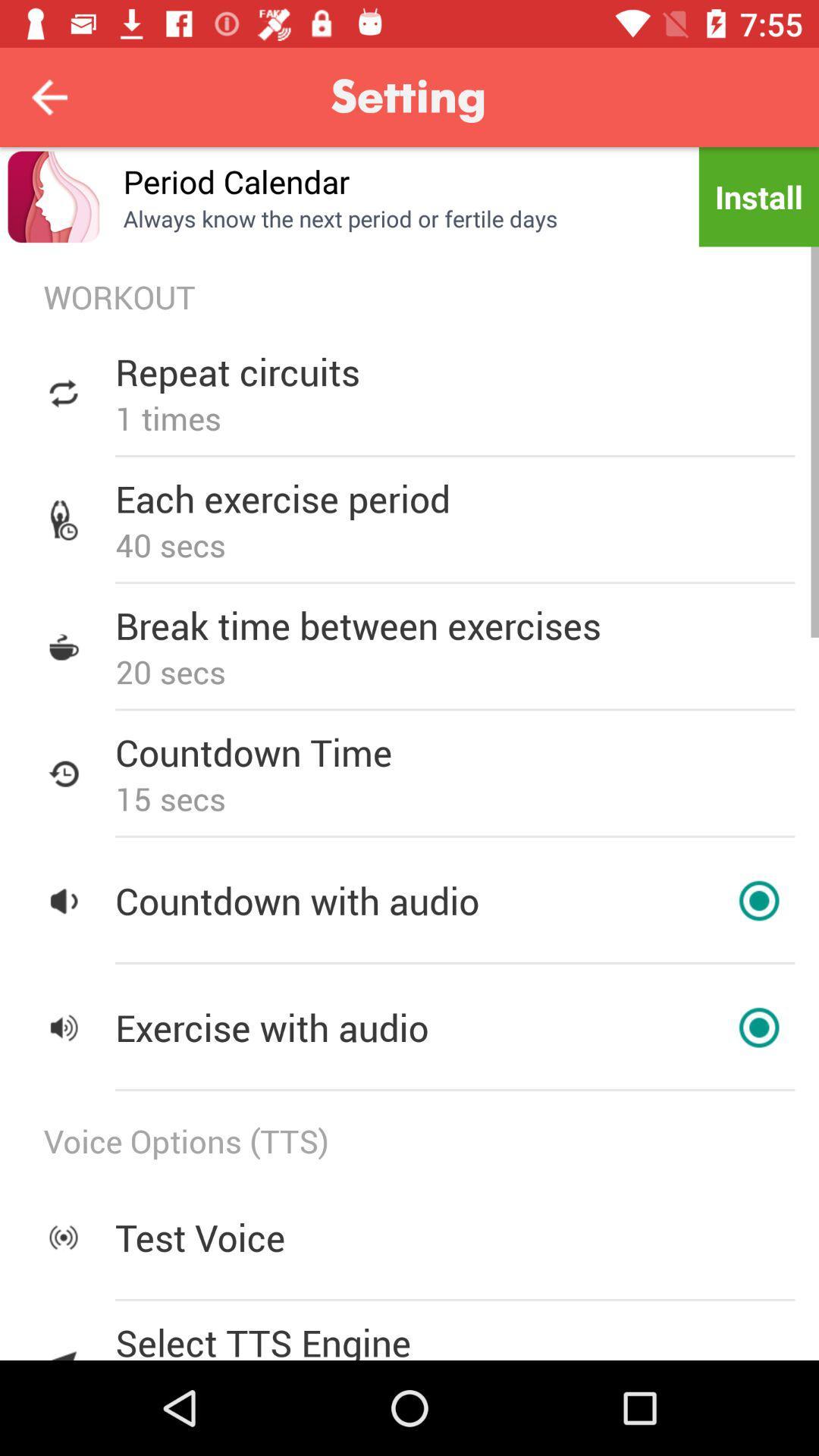  Describe the element at coordinates (49, 96) in the screenshot. I see `go back` at that location.